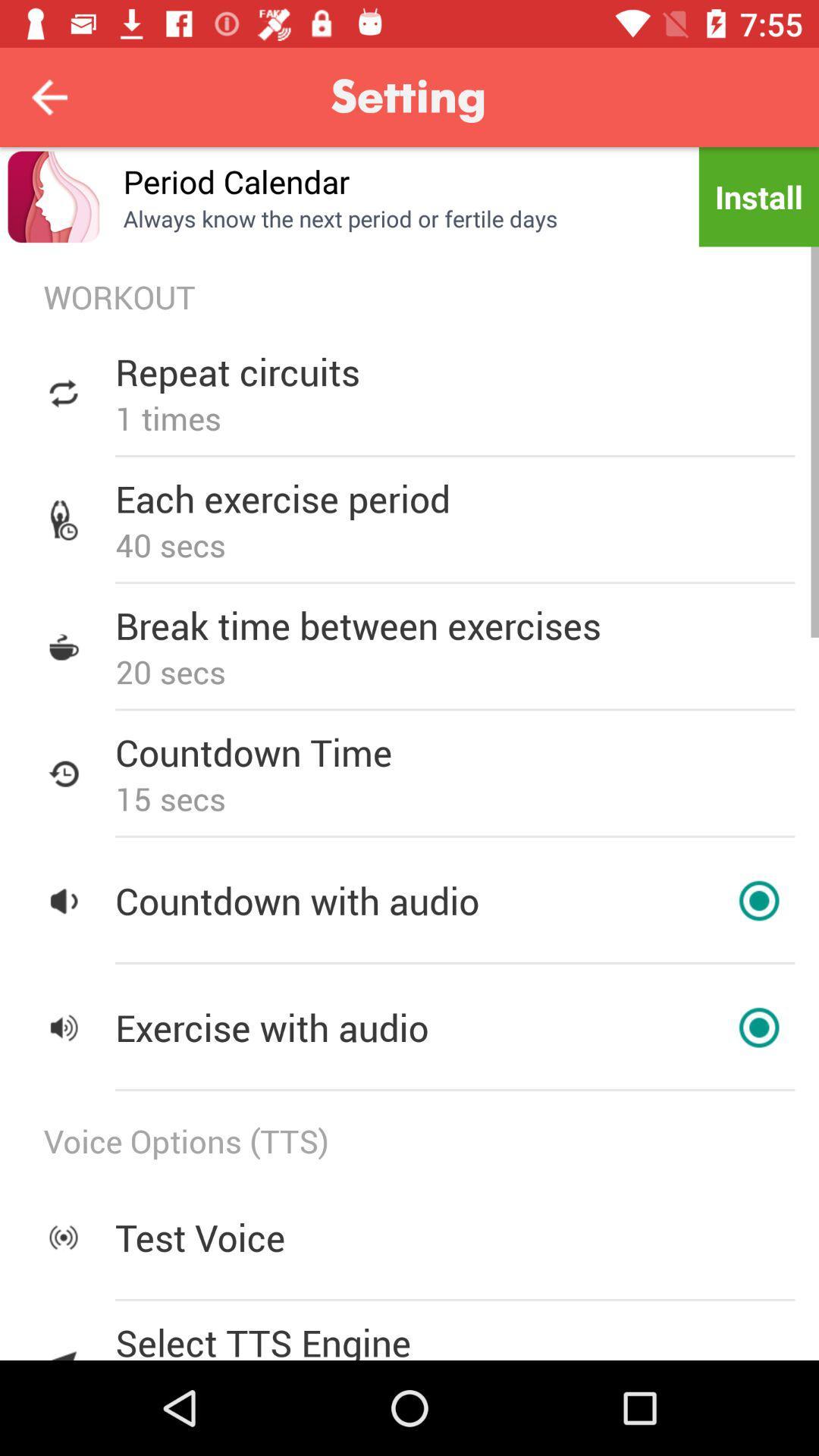  Describe the element at coordinates (49, 96) in the screenshot. I see `go back` at that location.